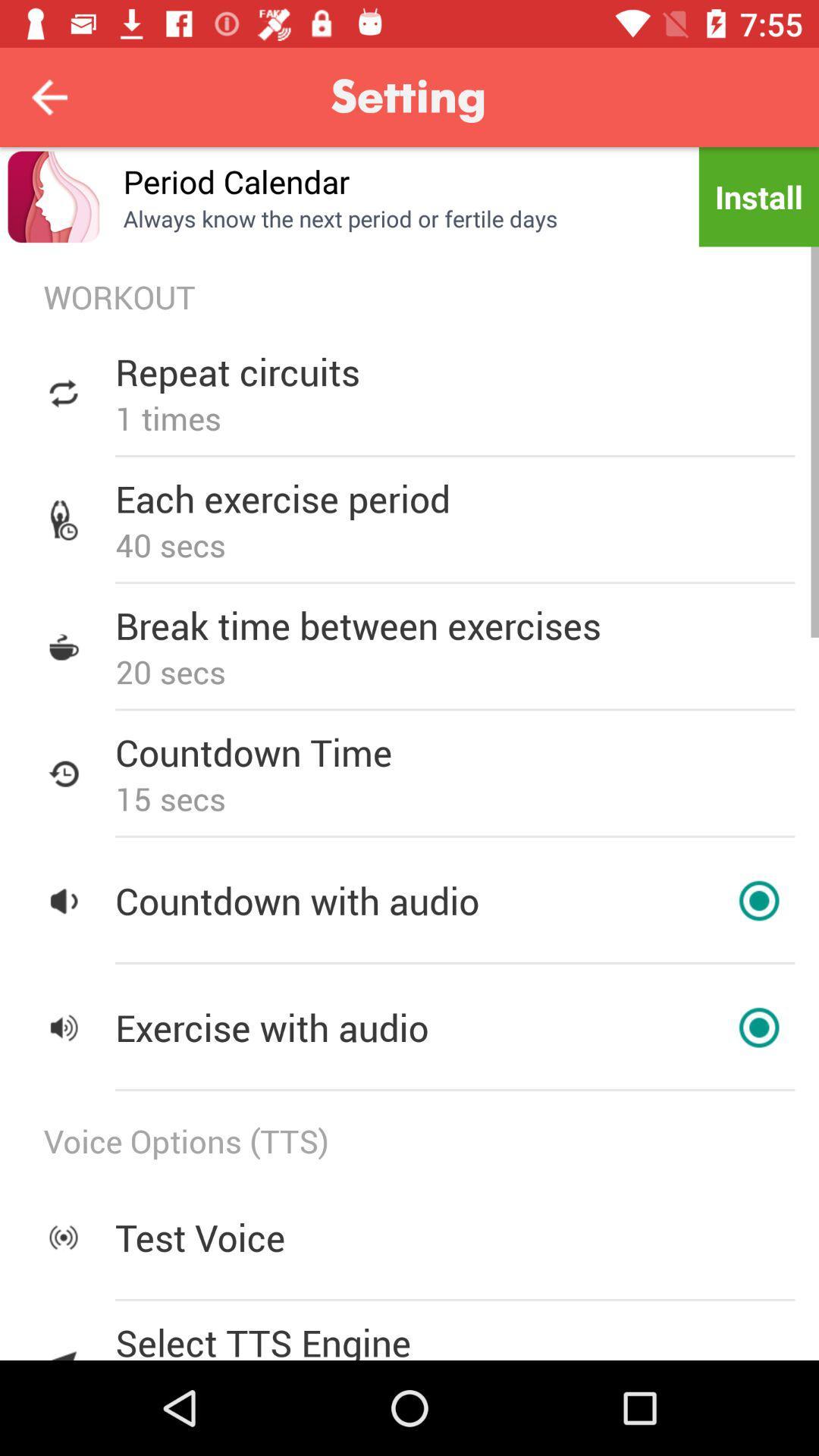  Describe the element at coordinates (49, 96) in the screenshot. I see `go back` at that location.